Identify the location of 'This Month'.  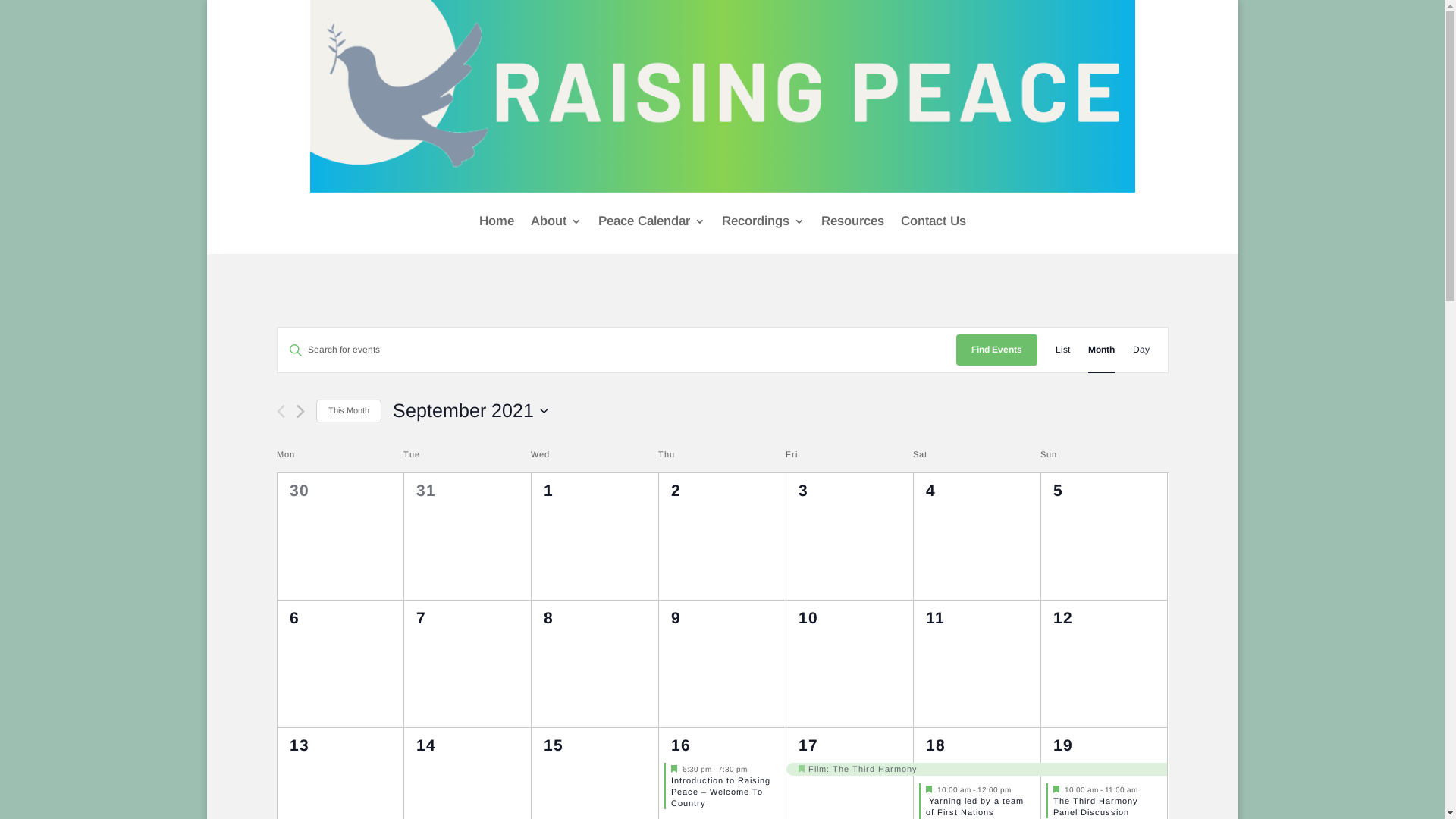
(347, 410).